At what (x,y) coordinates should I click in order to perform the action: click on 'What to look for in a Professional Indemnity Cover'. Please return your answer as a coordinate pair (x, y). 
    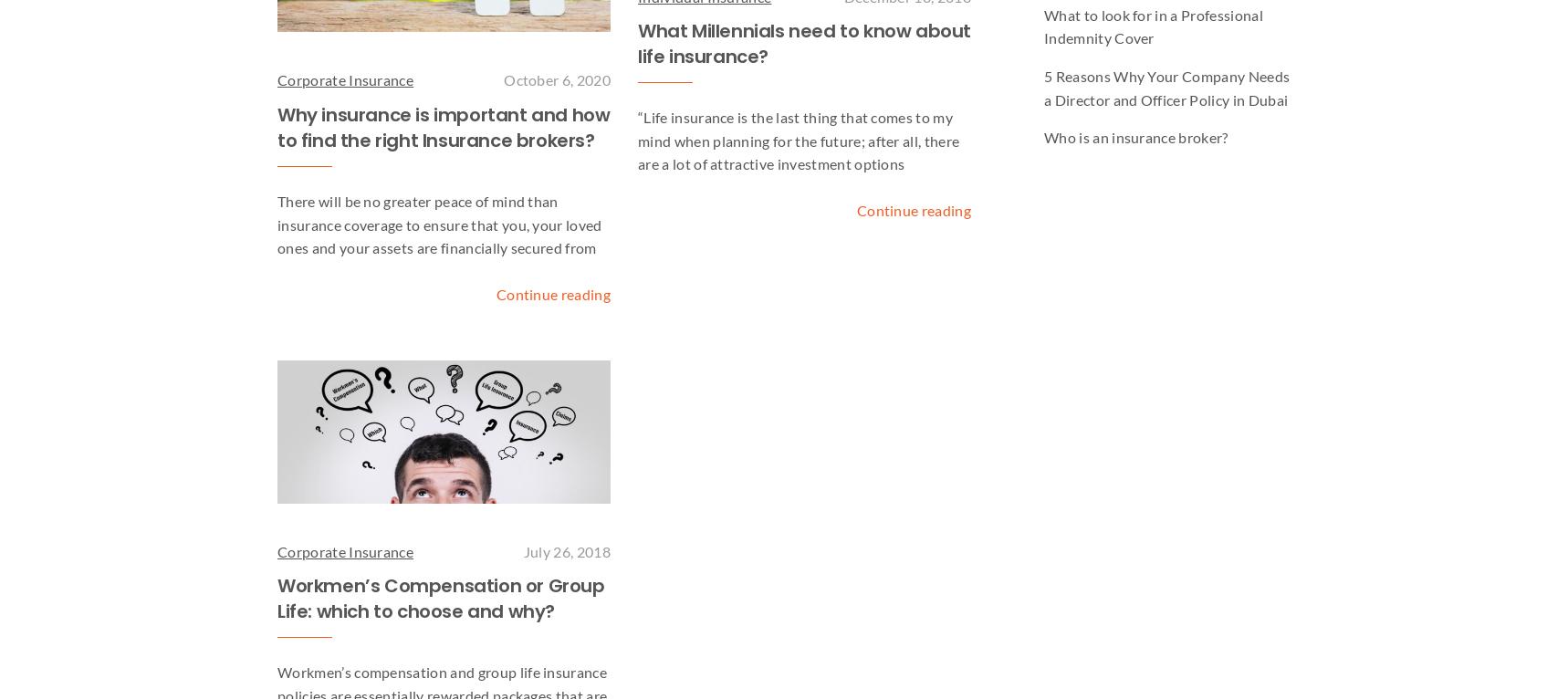
    Looking at the image, I should click on (1152, 25).